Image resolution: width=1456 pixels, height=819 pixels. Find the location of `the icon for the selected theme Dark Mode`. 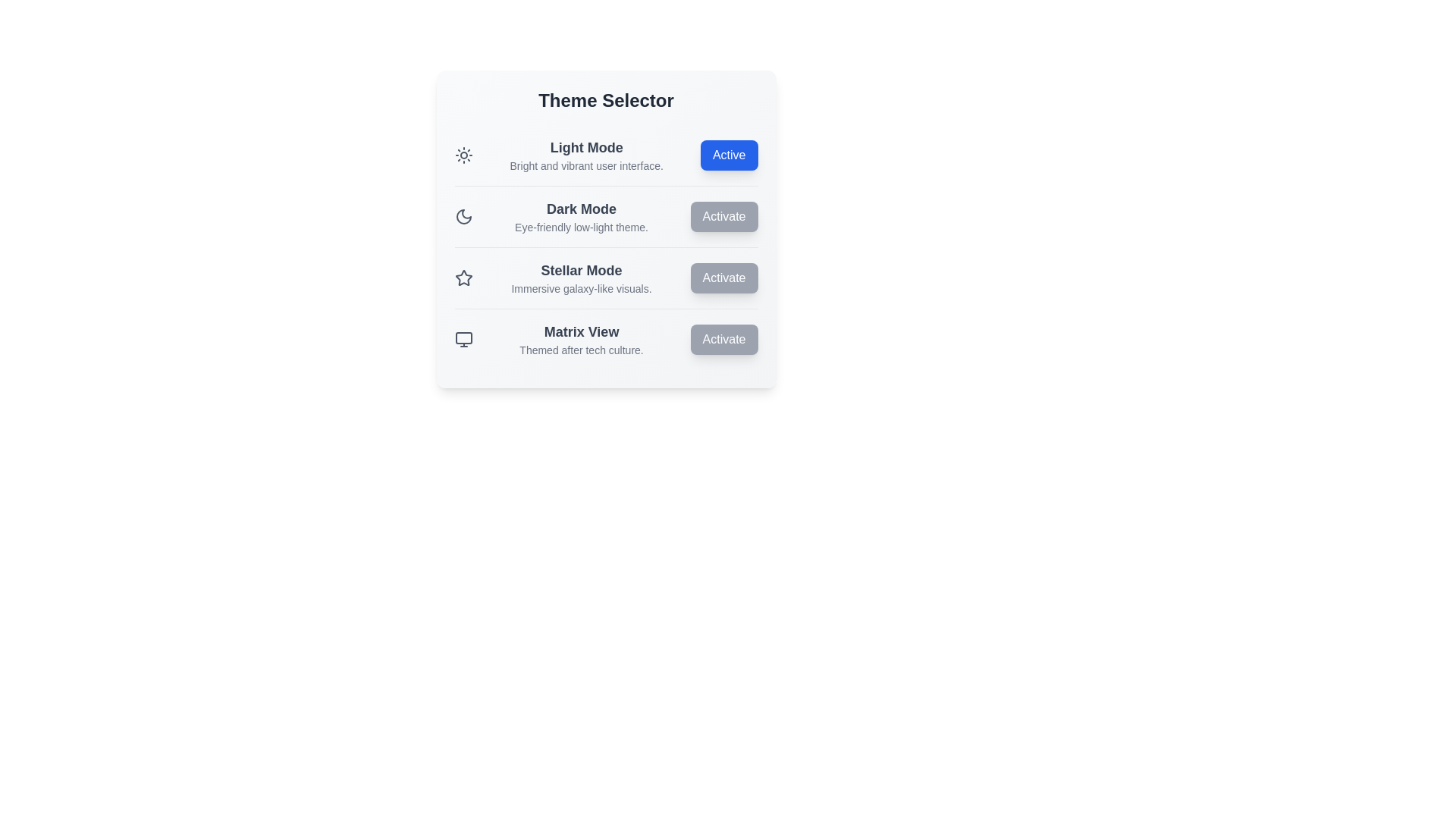

the icon for the selected theme Dark Mode is located at coordinates (463, 216).